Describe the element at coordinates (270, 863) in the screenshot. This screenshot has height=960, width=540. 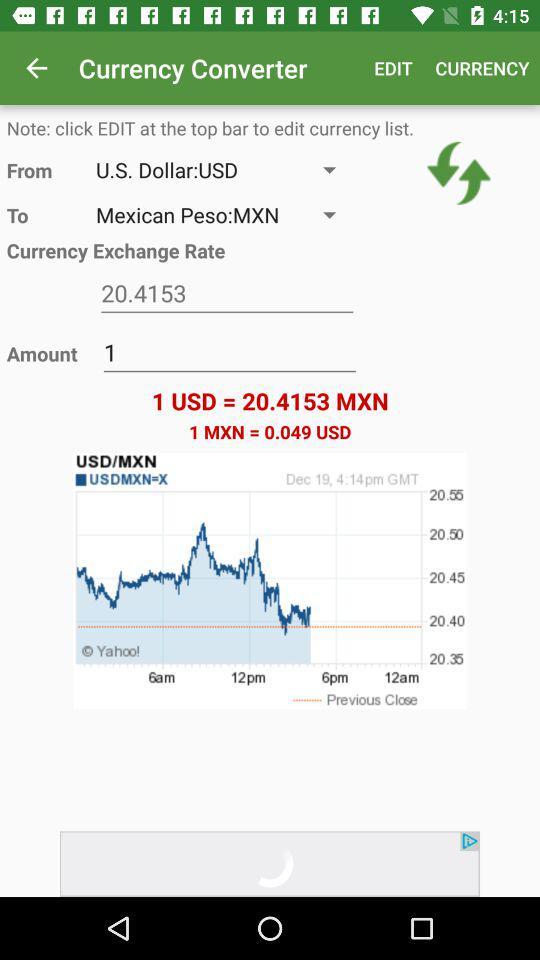
I see `move forward` at that location.